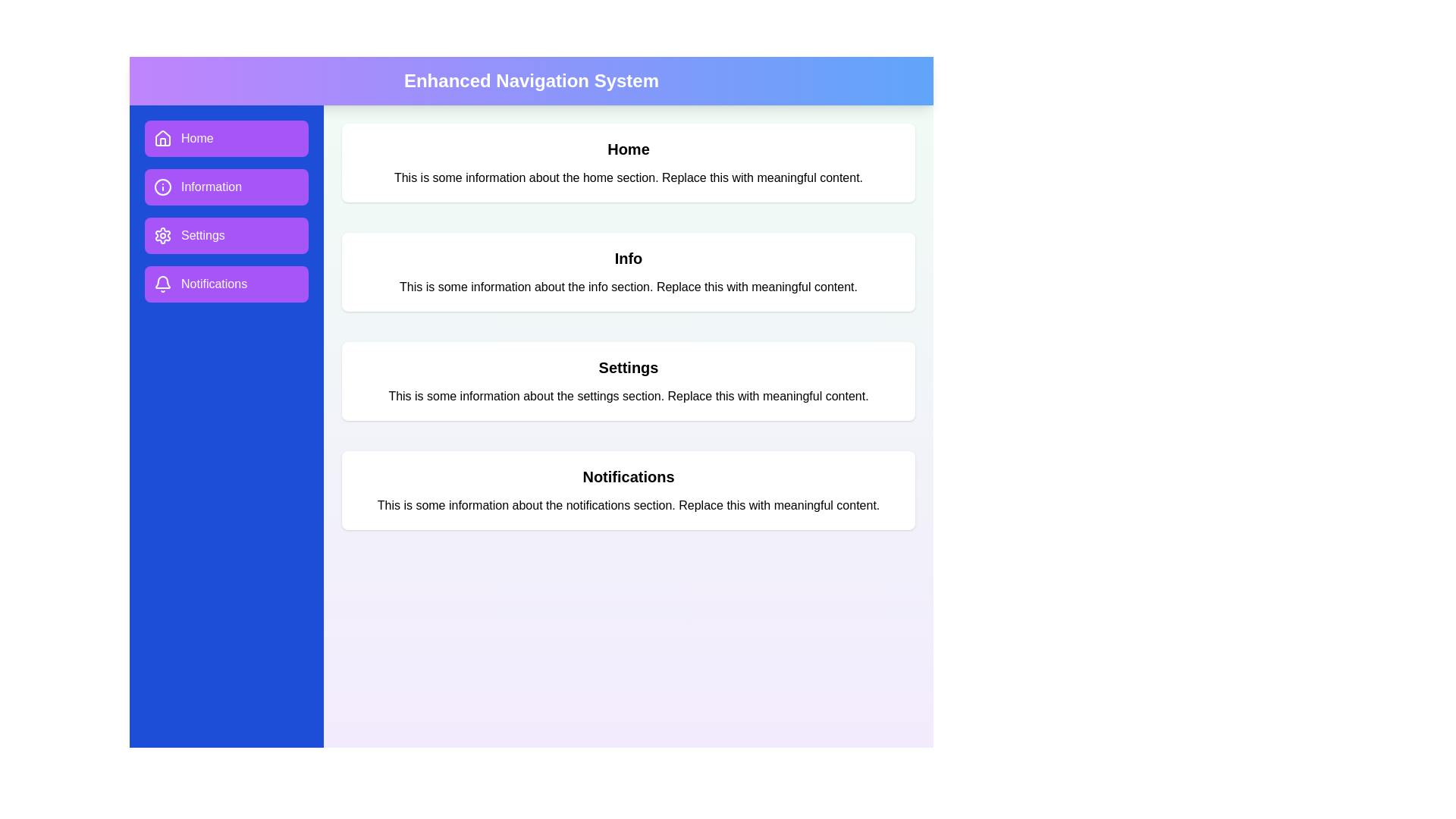  What do you see at coordinates (531, 81) in the screenshot?
I see `the Header banner that features a gradient background from purple to blue and contains the text 'Enhanced Navigation System' in white` at bounding box center [531, 81].